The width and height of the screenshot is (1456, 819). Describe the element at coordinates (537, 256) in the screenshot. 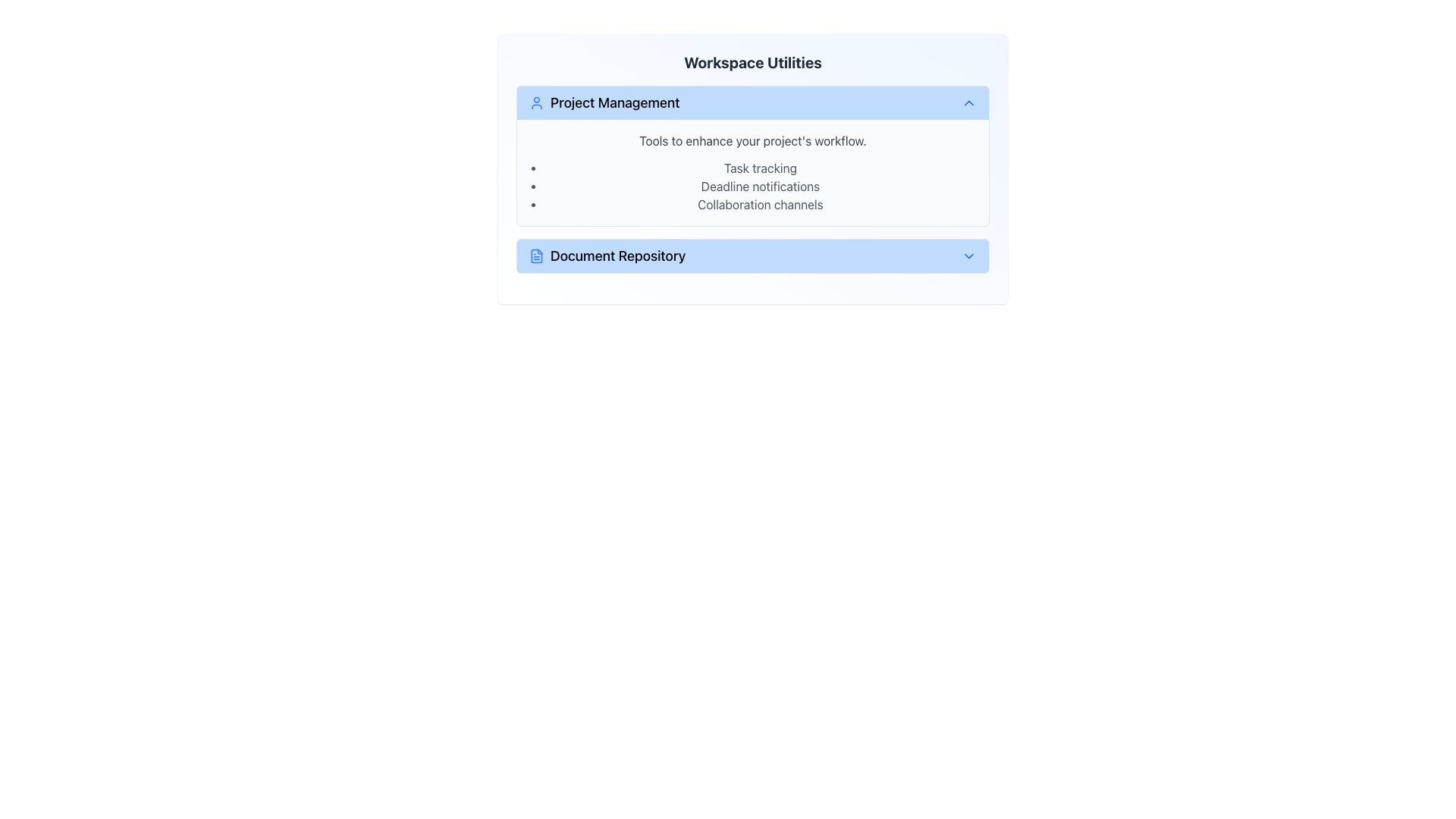

I see `the 'Document Repository' icon, which visually represents the document management section in the Workspace Utilities interface, located to the left of its text label` at that location.